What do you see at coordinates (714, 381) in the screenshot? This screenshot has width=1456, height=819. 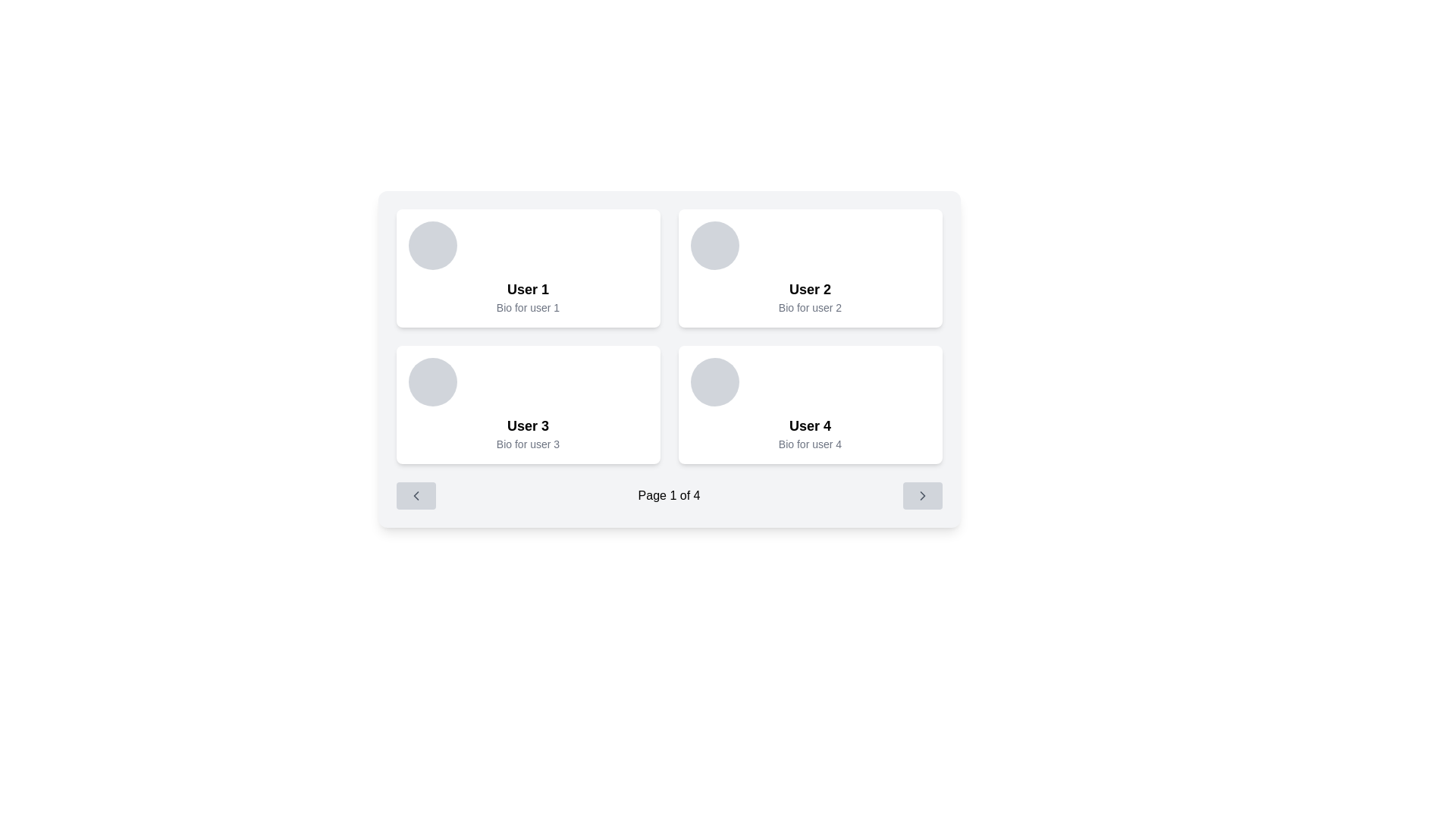 I see `the Circle placeholder for the user profile picture located at the top-left corner of the user profile card` at bounding box center [714, 381].